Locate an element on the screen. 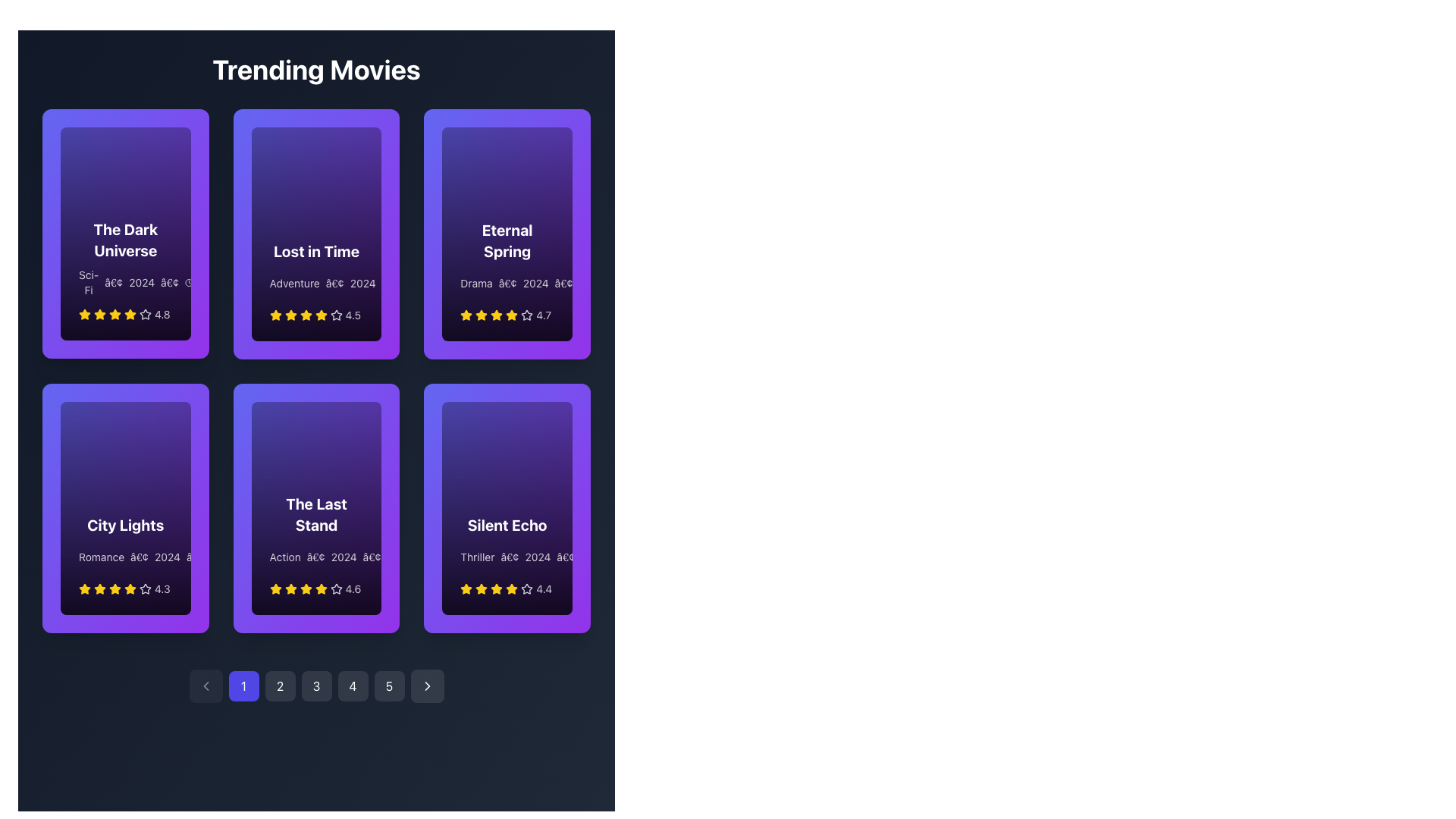 The height and width of the screenshot is (819, 1456). the movie card located in the top row, third column of the grid layout, which provides details about a selectable movie item is located at coordinates (507, 234).